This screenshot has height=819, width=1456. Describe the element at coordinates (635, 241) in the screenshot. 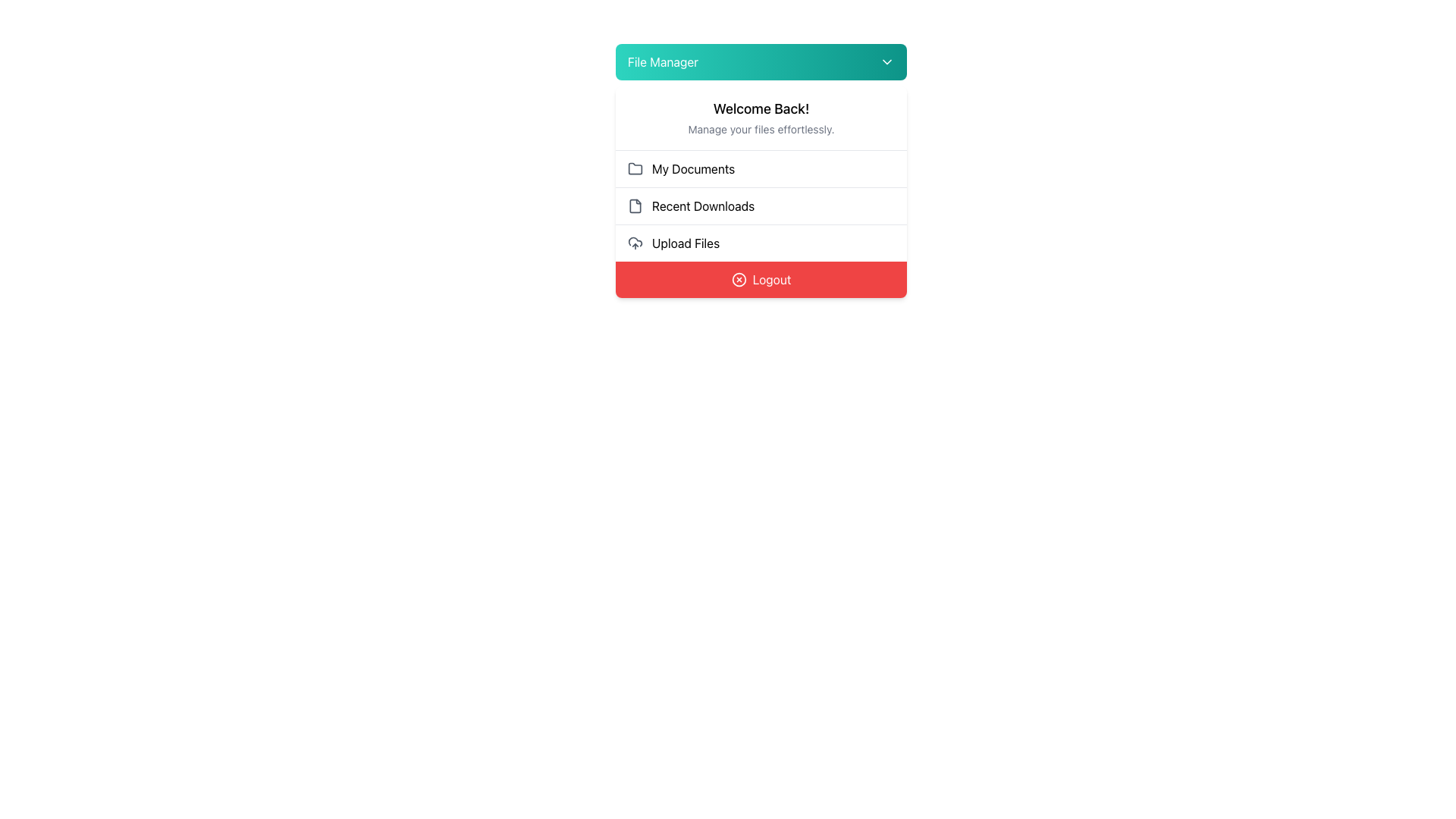

I see `the decorative upload icon in the 'Upload Files' section of the menu` at that location.